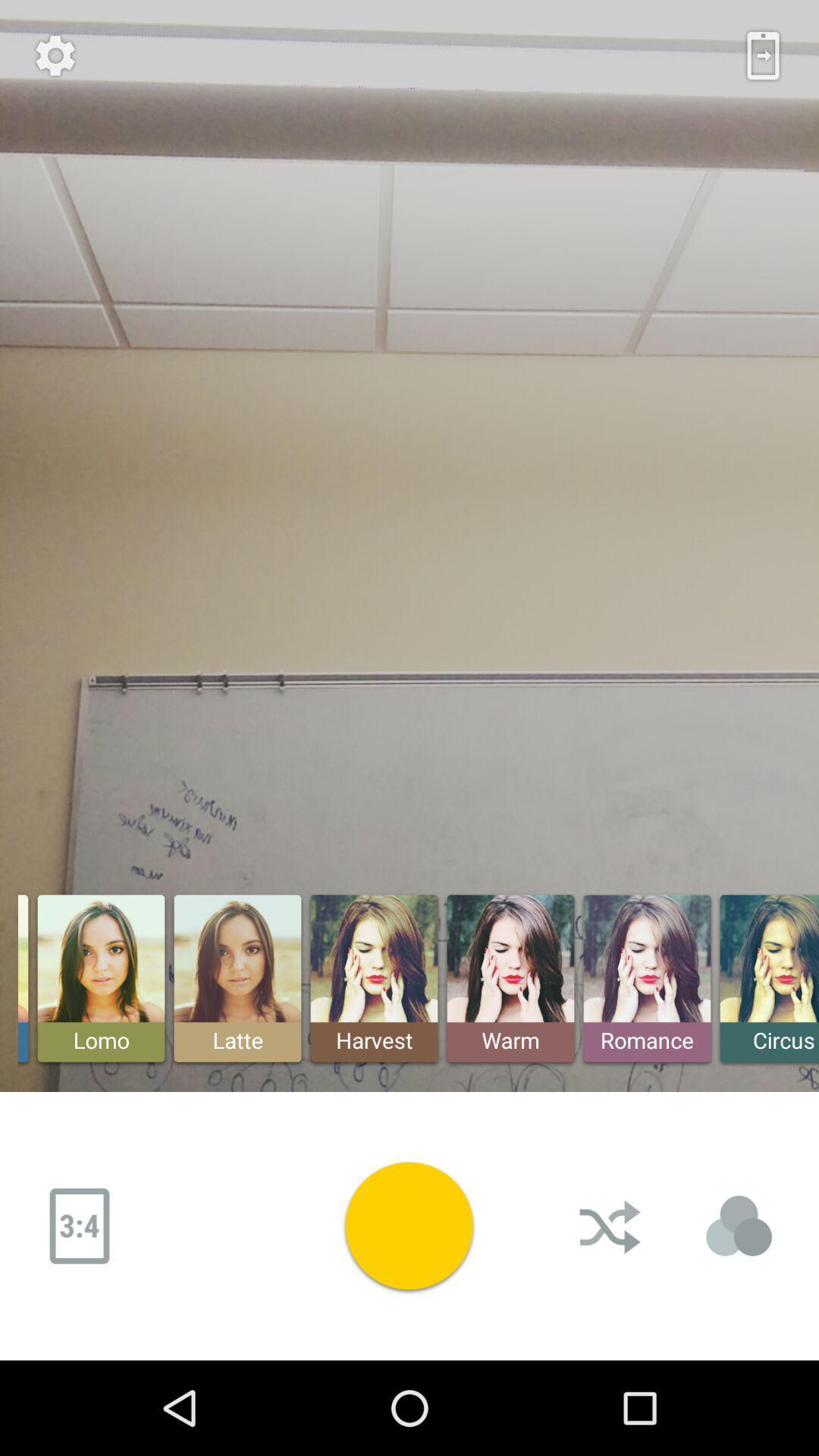 The width and height of the screenshot is (819, 1456). Describe the element at coordinates (55, 55) in the screenshot. I see `options` at that location.